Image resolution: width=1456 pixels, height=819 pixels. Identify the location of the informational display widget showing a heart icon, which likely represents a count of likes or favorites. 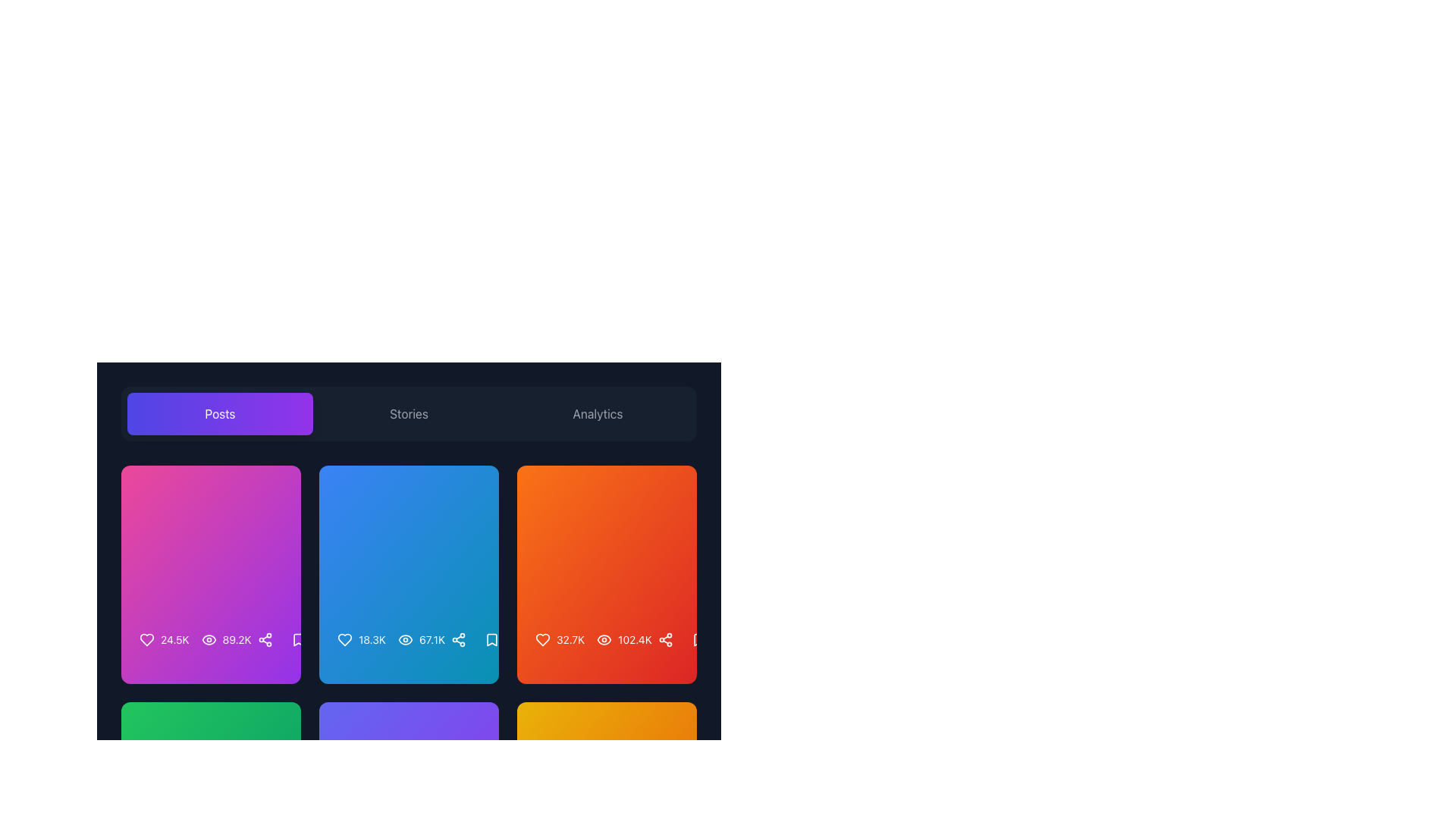
(360, 640).